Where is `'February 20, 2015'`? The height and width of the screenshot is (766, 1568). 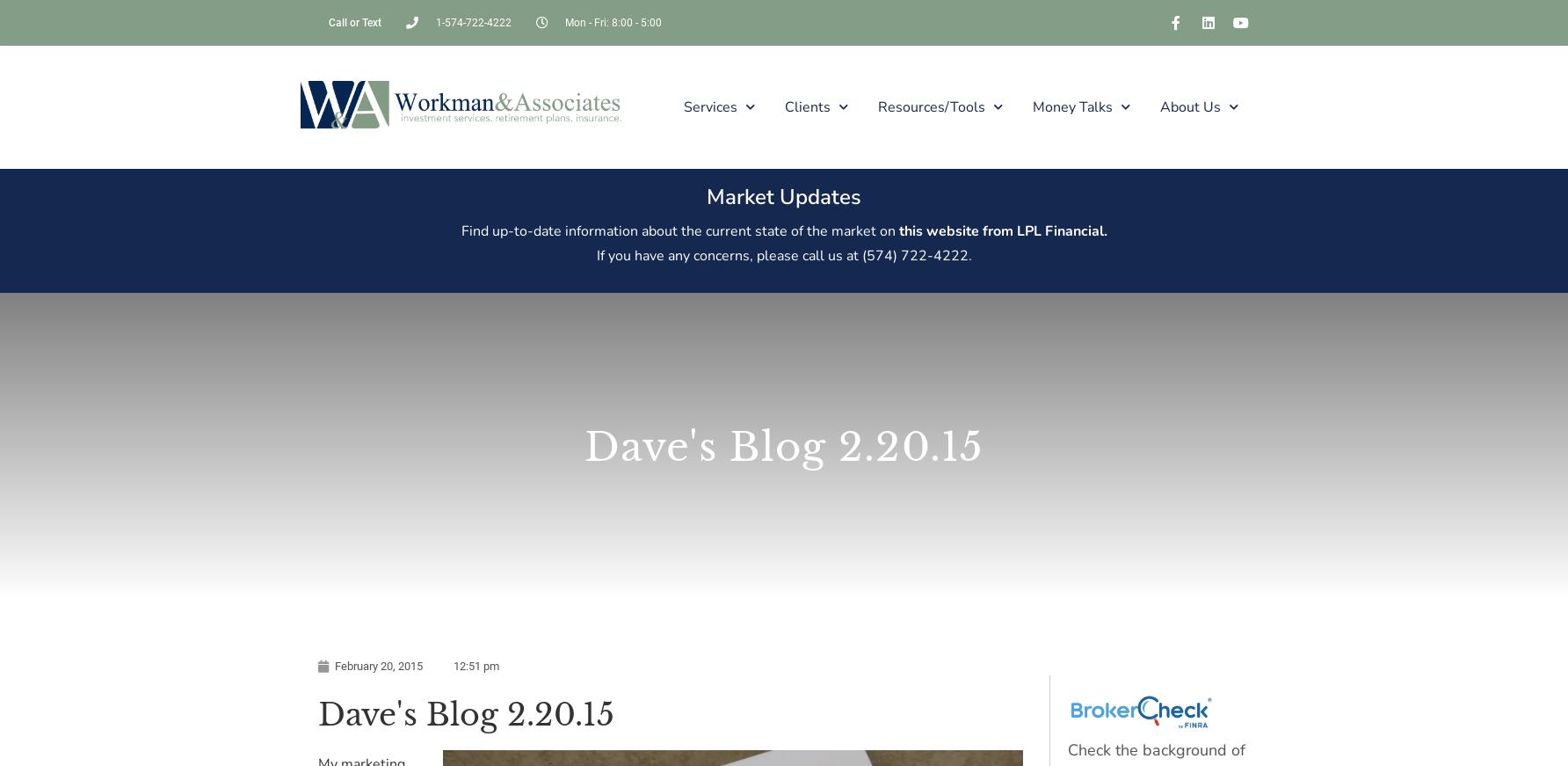
'February 20, 2015' is located at coordinates (378, 666).